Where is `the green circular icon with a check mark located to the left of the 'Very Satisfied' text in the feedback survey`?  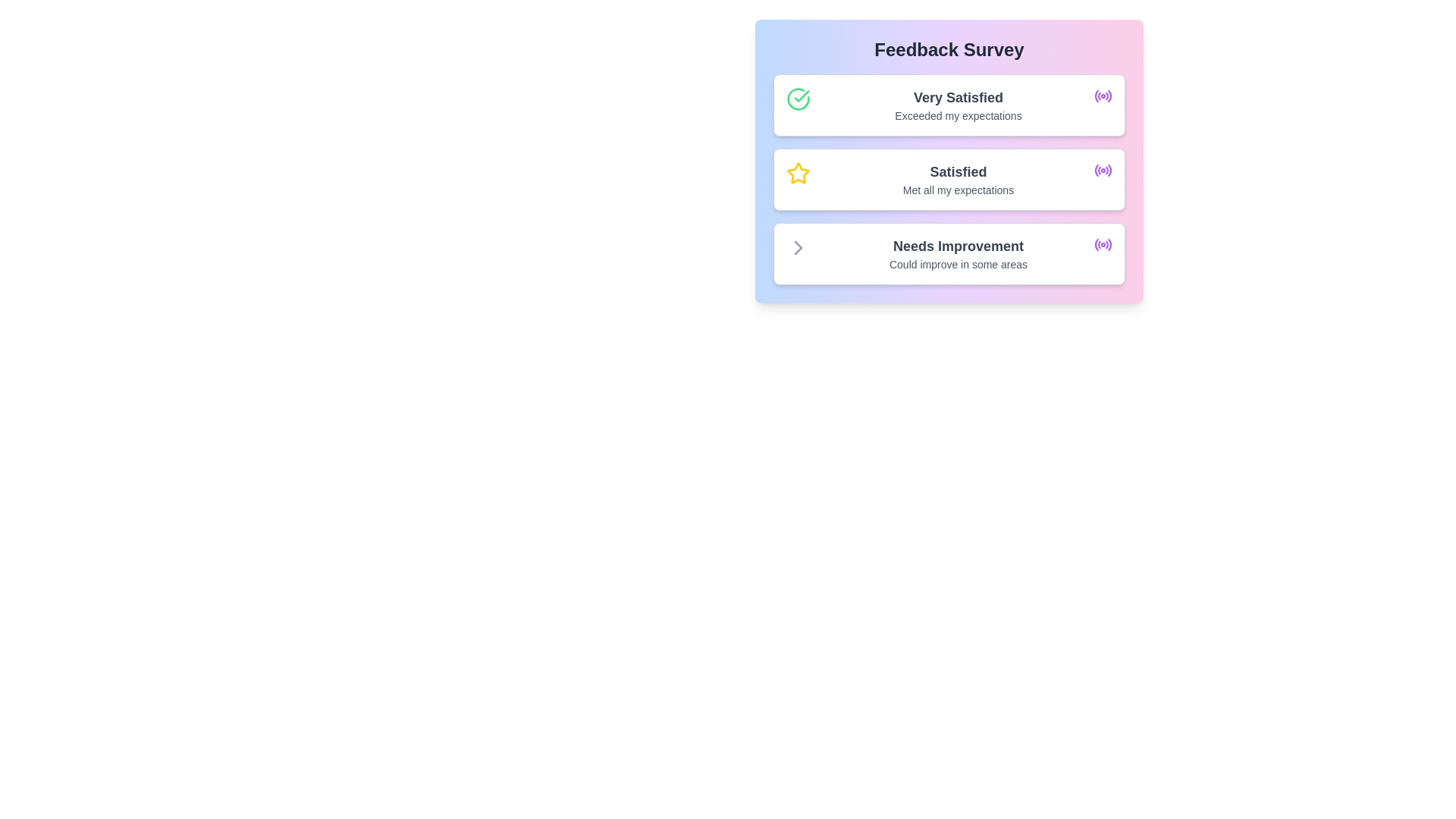 the green circular icon with a check mark located to the left of the 'Very Satisfied' text in the feedback survey is located at coordinates (797, 99).